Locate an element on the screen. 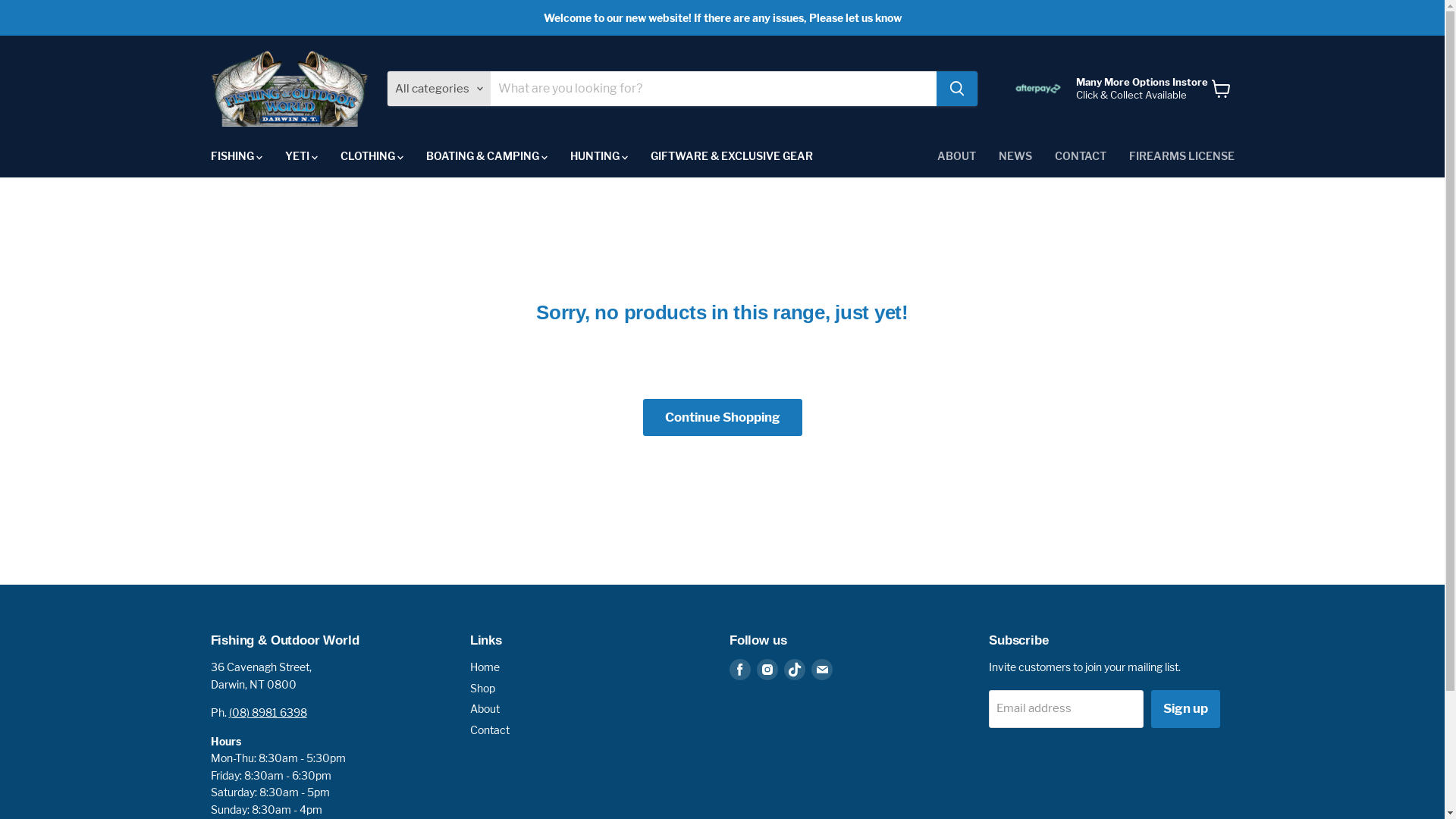 The width and height of the screenshot is (1456, 819). 'ABOUT' is located at coordinates (955, 155).